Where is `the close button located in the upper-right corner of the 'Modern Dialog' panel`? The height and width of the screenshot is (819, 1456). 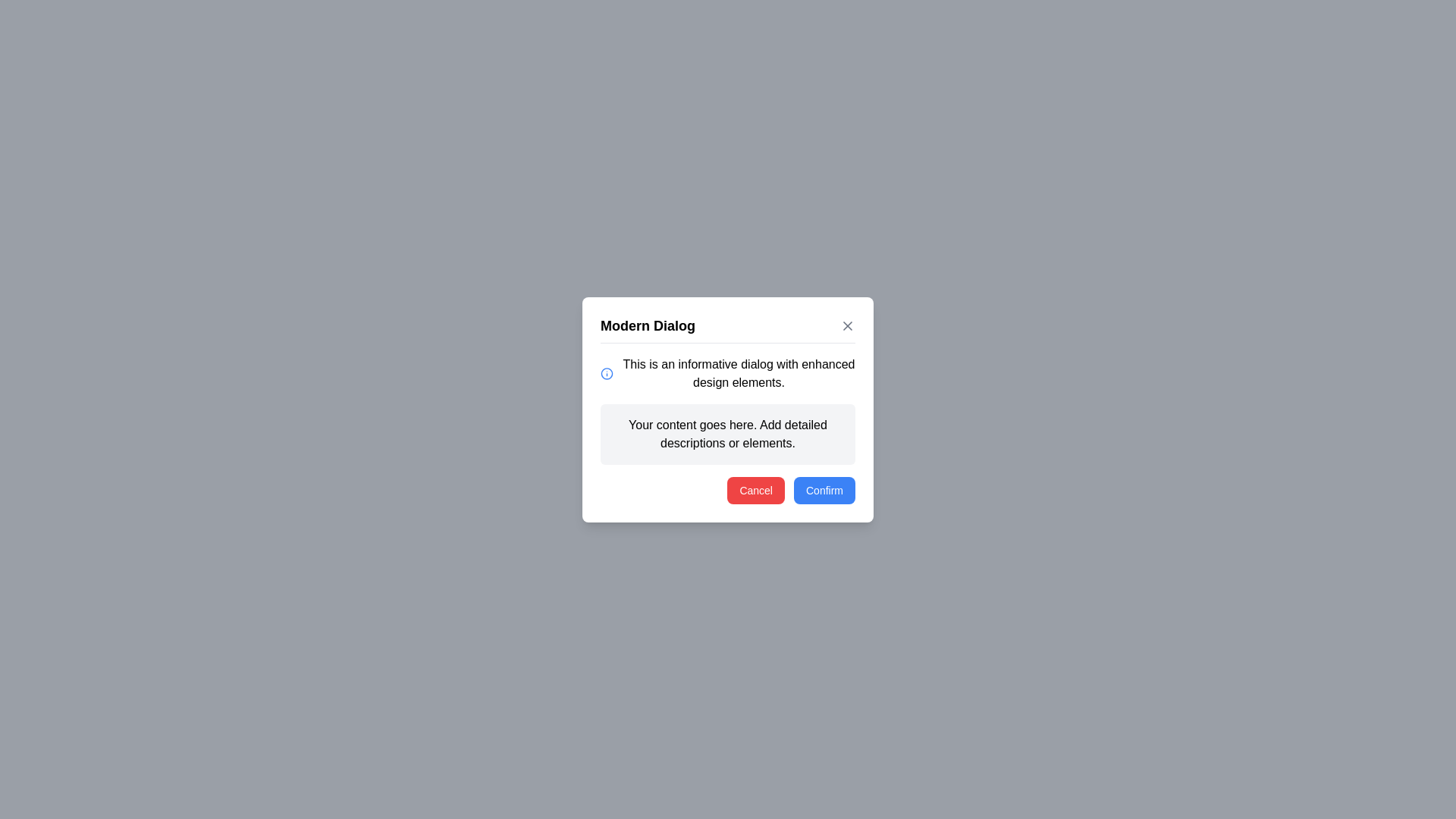 the close button located in the upper-right corner of the 'Modern Dialog' panel is located at coordinates (847, 325).